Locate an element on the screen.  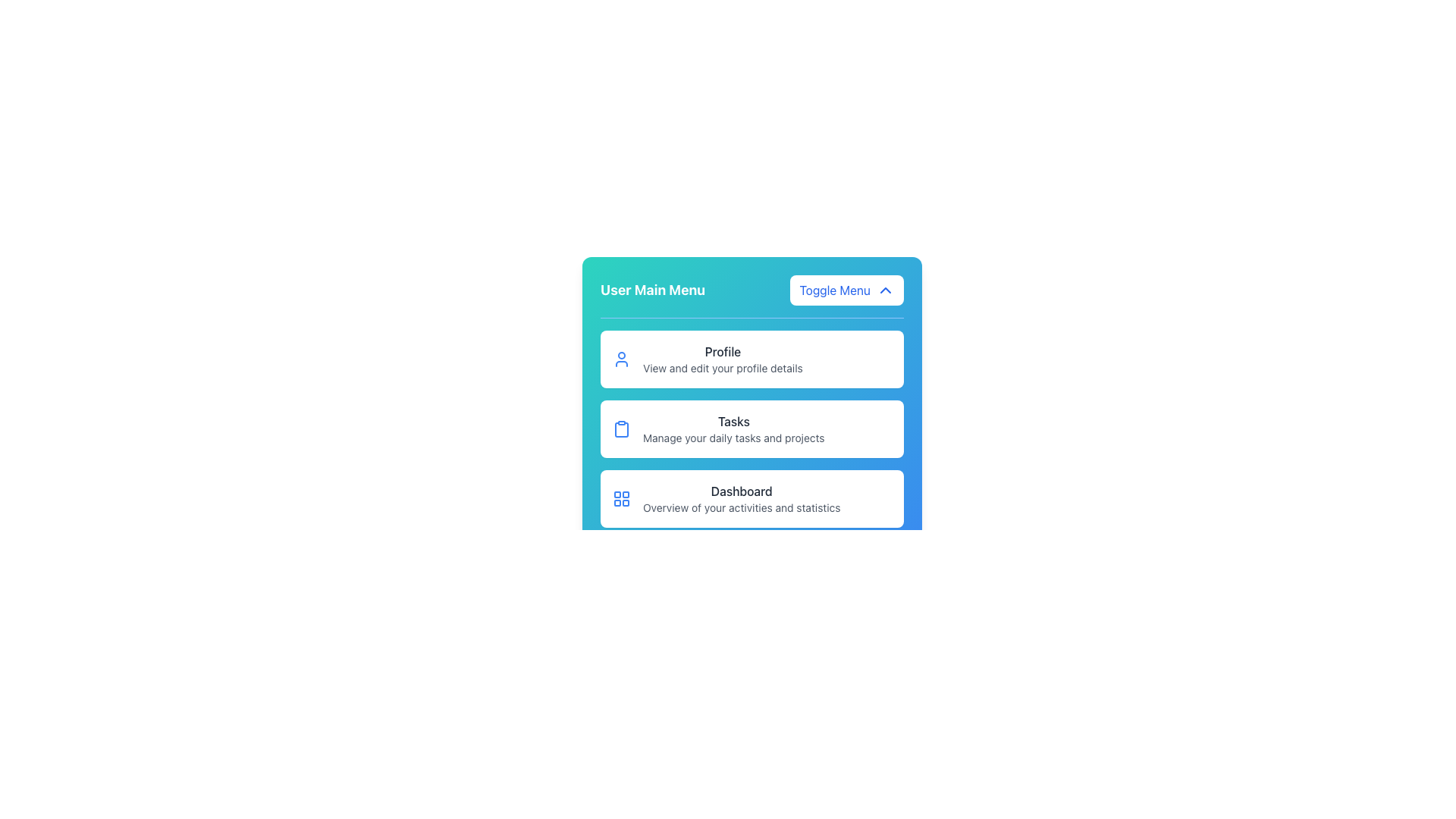
the textual label displaying 'Tasks' in the vertical menu, which is centrally located above the descriptive text 'Manage your daily tasks and projects.' is located at coordinates (733, 421).